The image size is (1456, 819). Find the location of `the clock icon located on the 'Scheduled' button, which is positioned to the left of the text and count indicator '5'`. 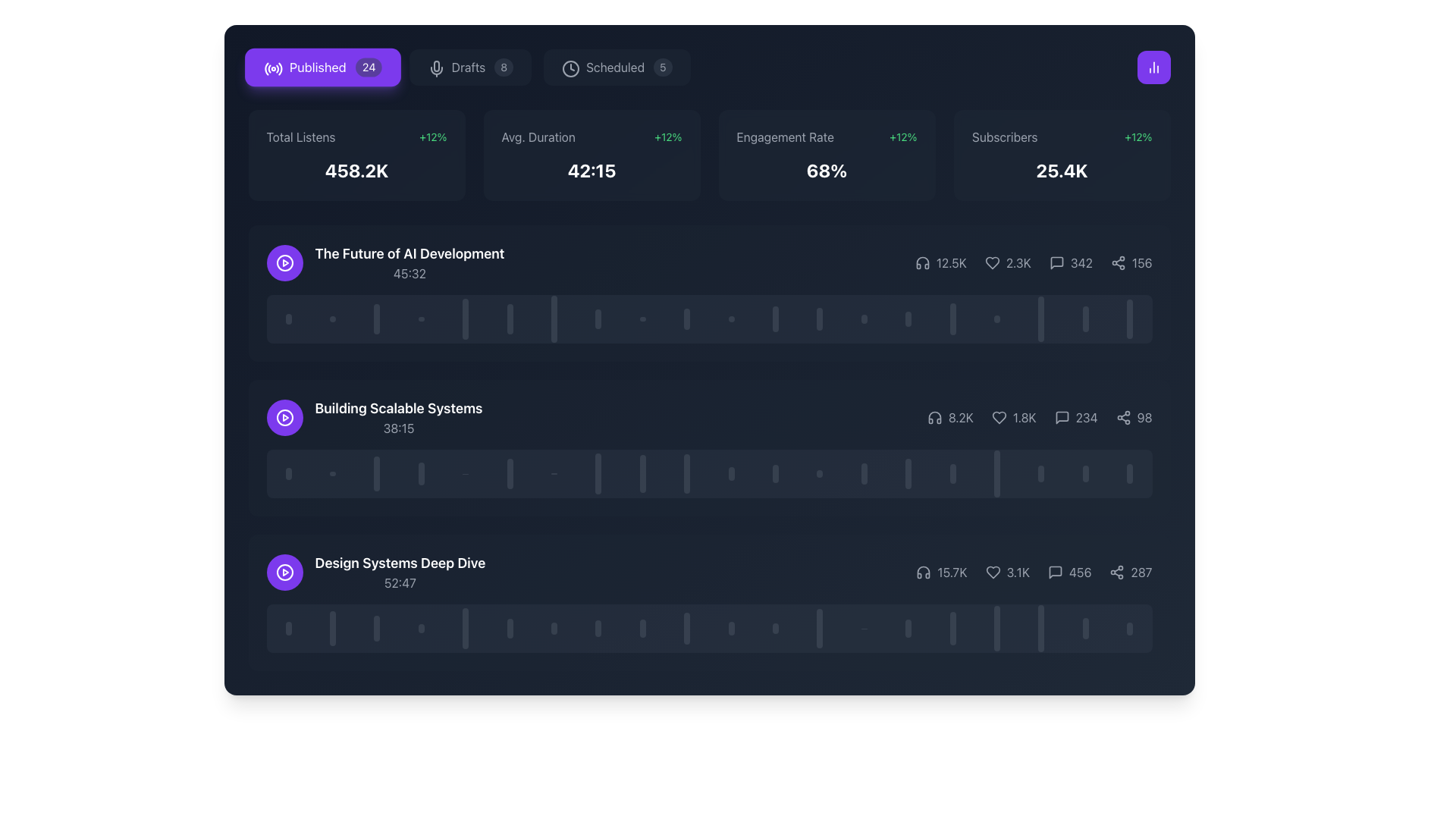

the clock icon located on the 'Scheduled' button, which is positioned to the left of the text and count indicator '5' is located at coordinates (569, 66).